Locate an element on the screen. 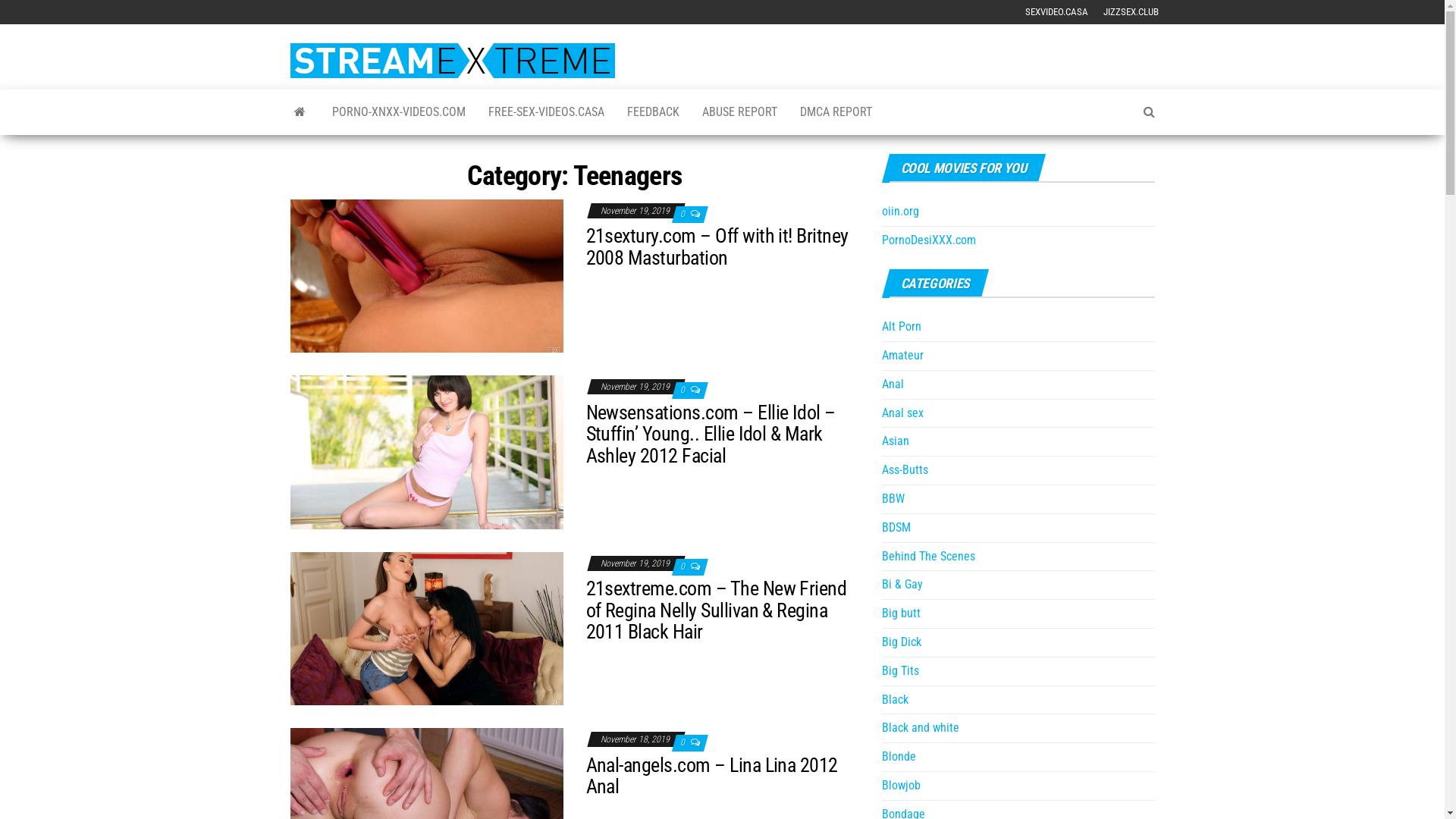  'Anal sex' is located at coordinates (880, 413).